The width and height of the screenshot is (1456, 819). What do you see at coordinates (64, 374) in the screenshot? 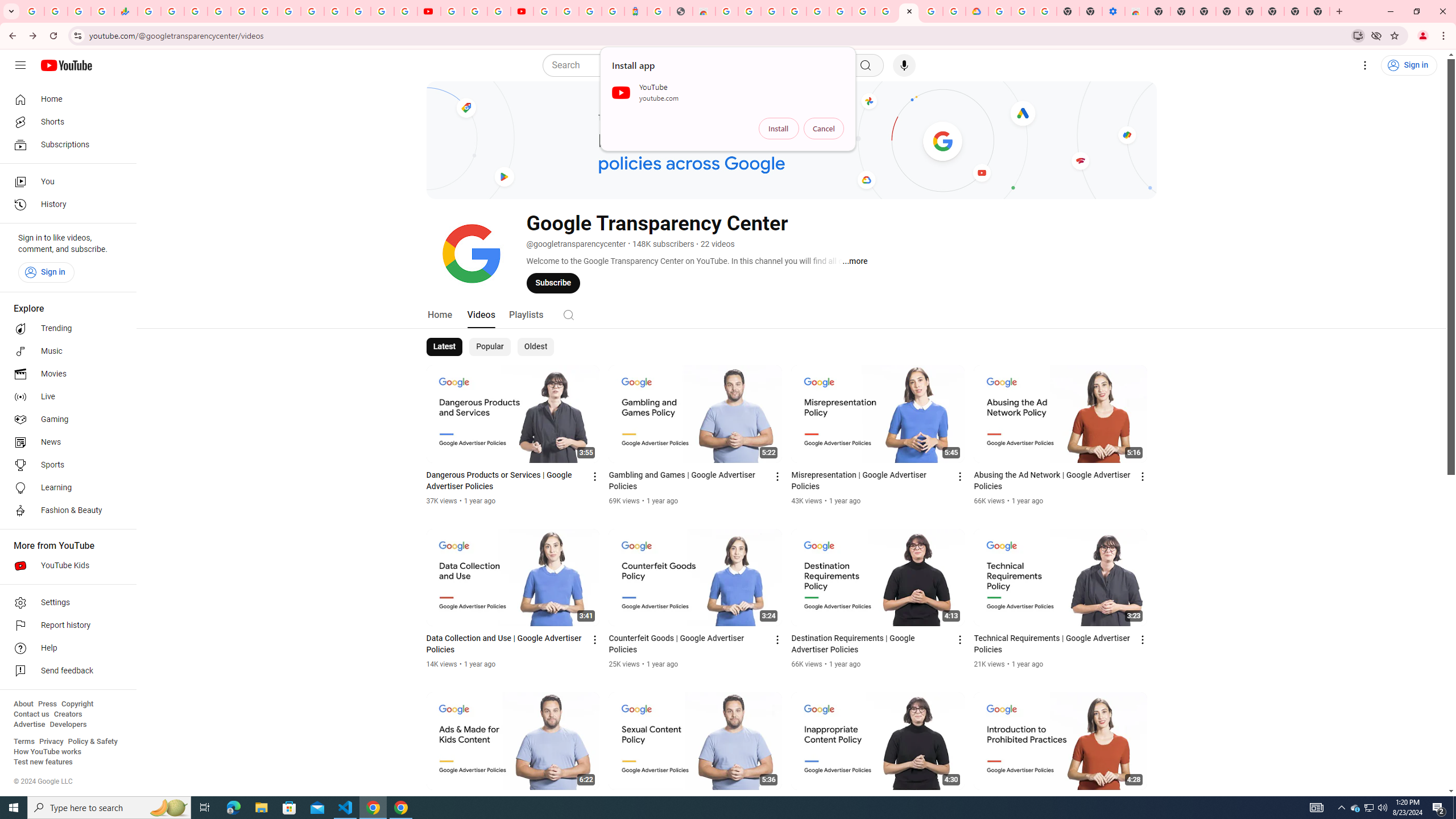
I see `'Movies'` at bounding box center [64, 374].